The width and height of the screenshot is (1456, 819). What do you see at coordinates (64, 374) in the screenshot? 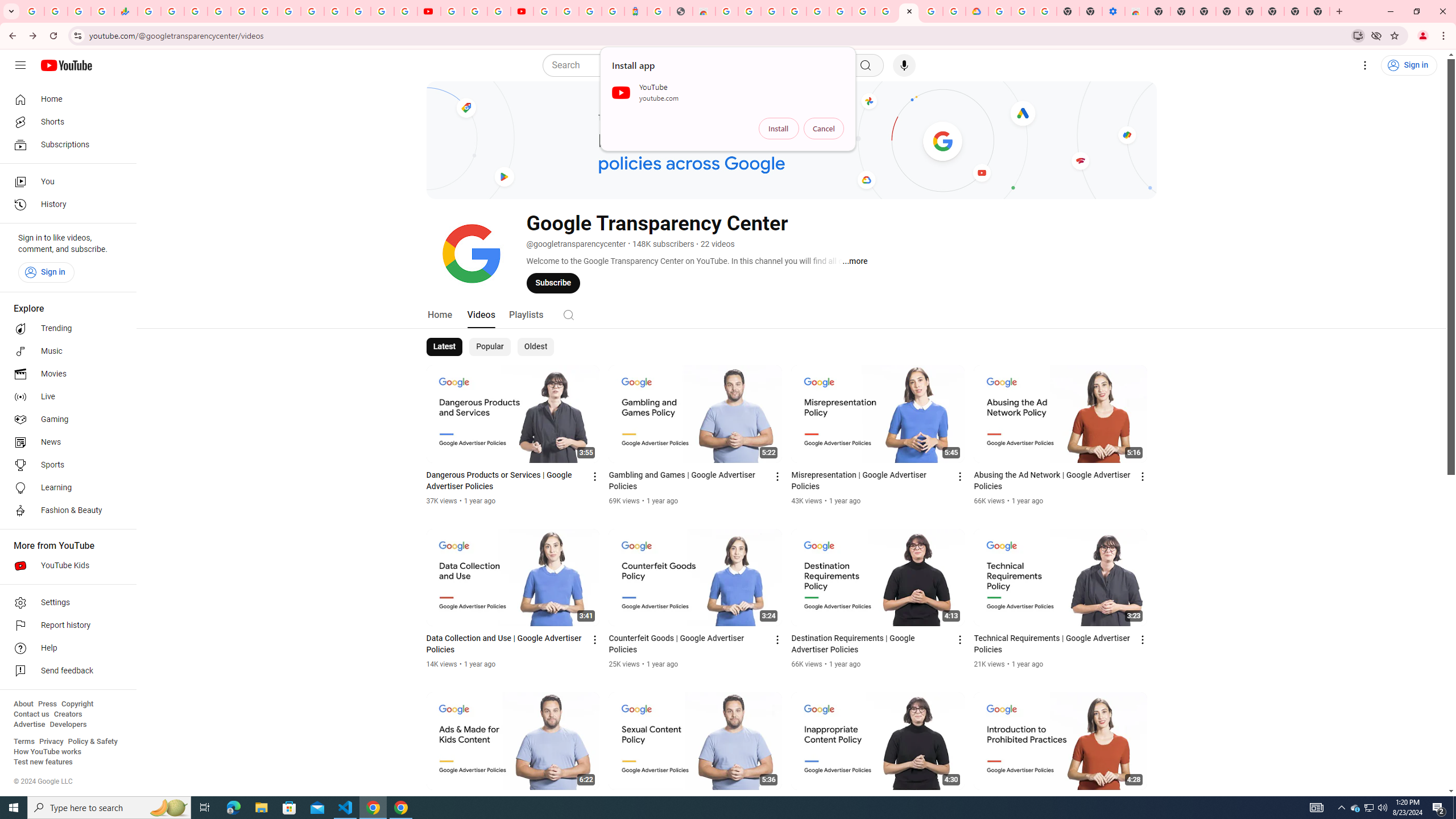
I see `'Movies'` at bounding box center [64, 374].